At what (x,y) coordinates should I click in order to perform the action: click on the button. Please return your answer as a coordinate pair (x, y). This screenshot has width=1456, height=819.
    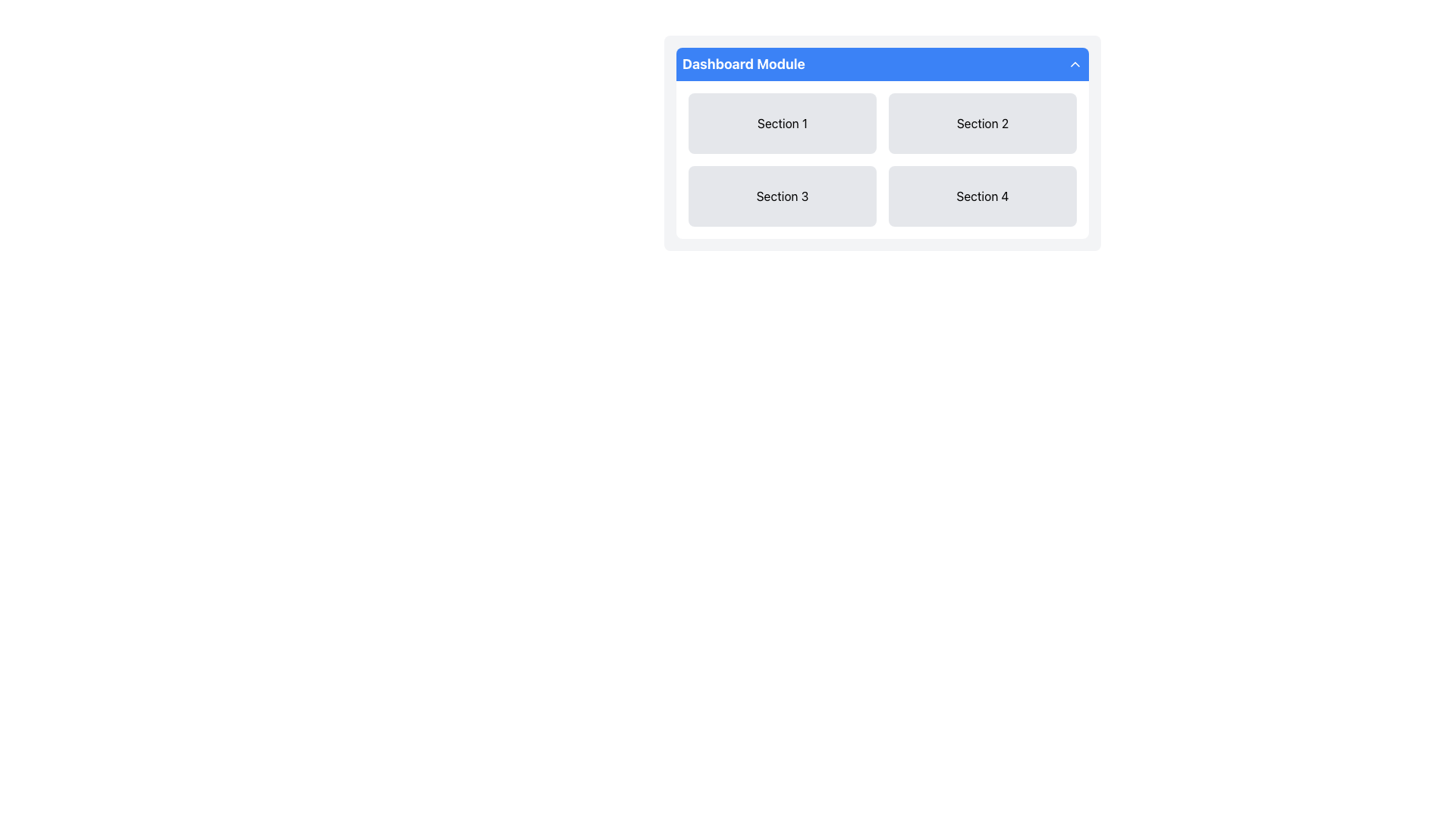
    Looking at the image, I should click on (783, 195).